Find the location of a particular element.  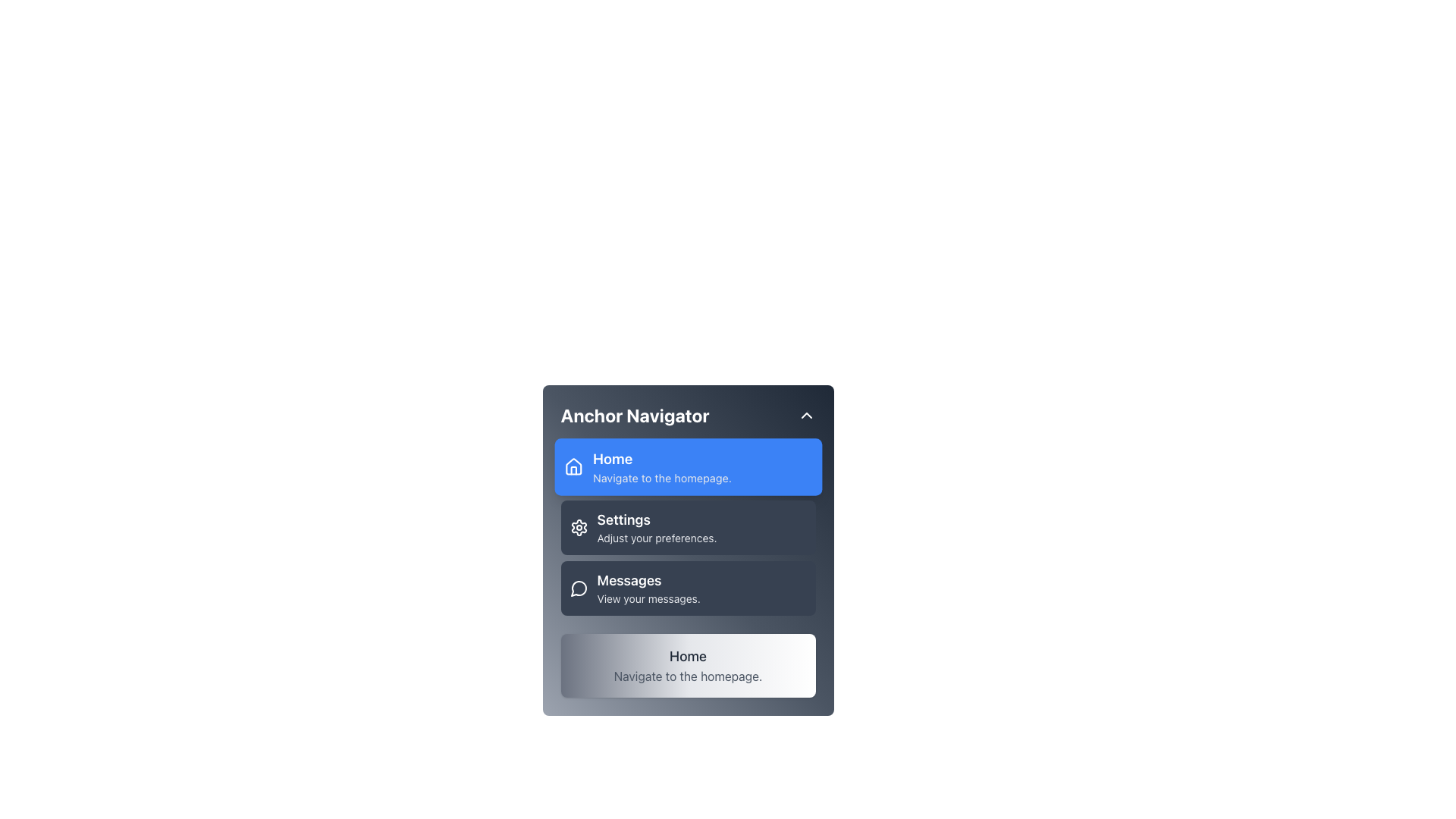

the 'Messages' text label is located at coordinates (648, 580).